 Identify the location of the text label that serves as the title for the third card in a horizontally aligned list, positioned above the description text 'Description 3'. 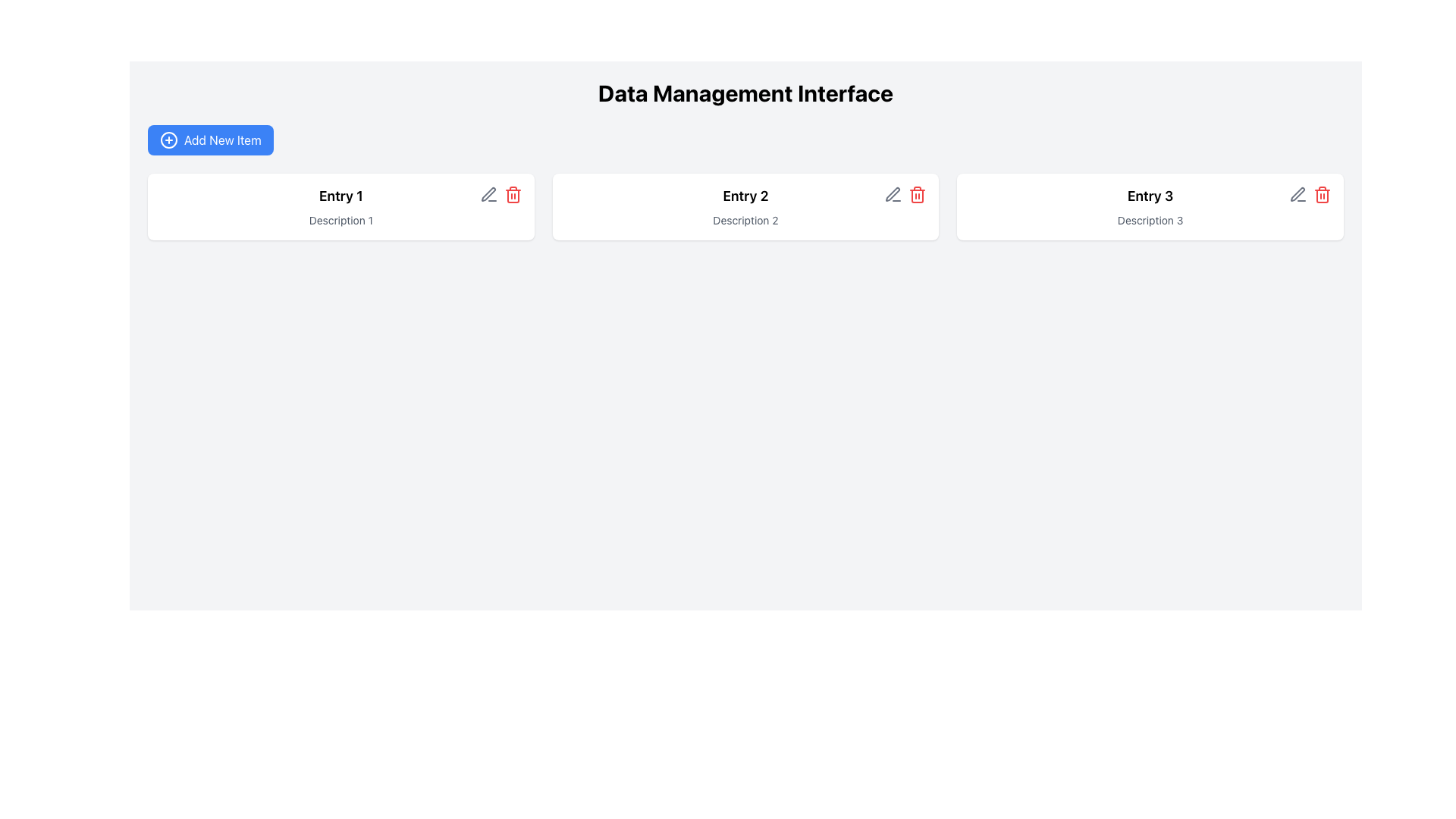
(1150, 195).